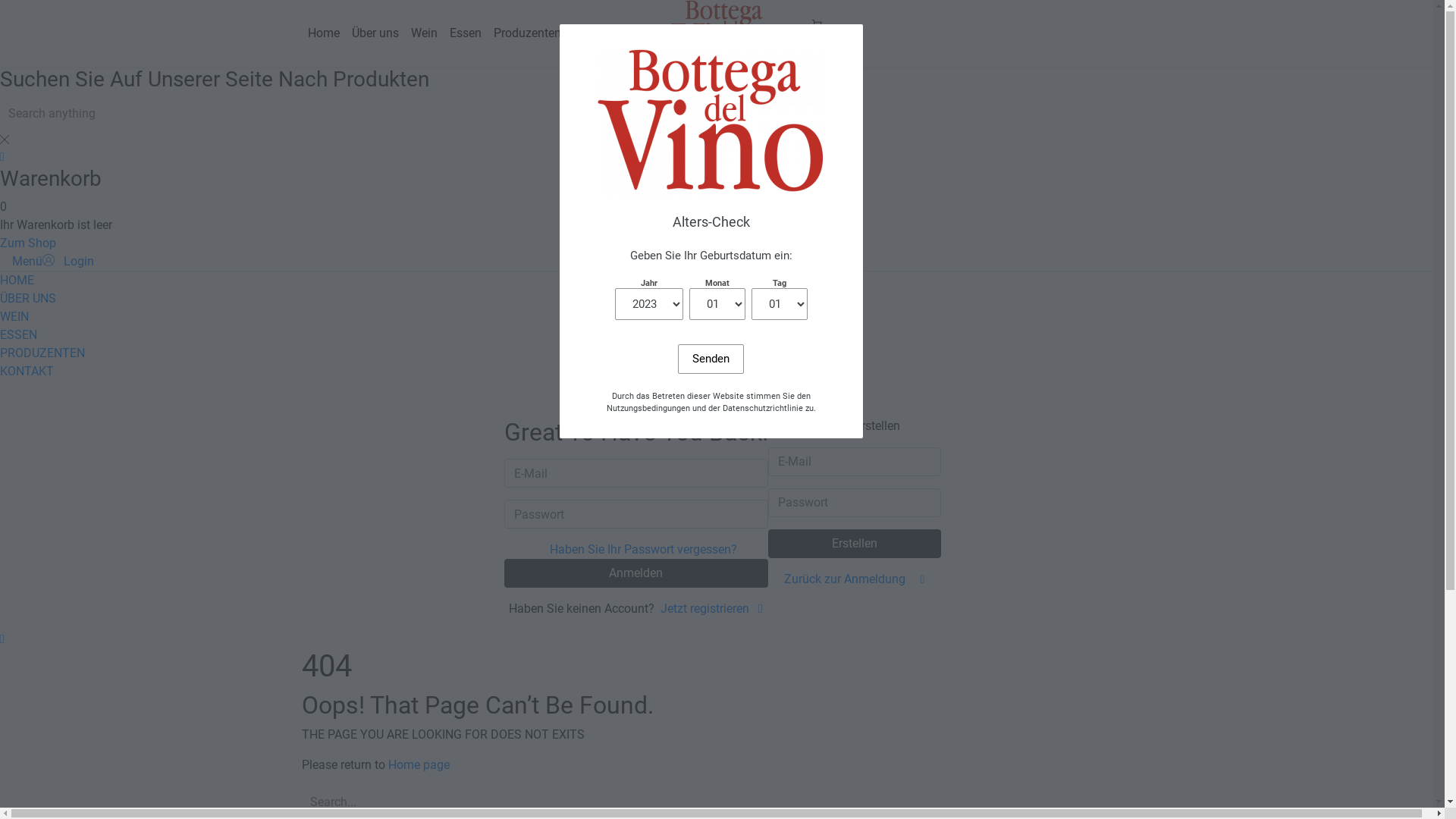  Describe the element at coordinates (593, 33) in the screenshot. I see `'Kontakt'` at that location.